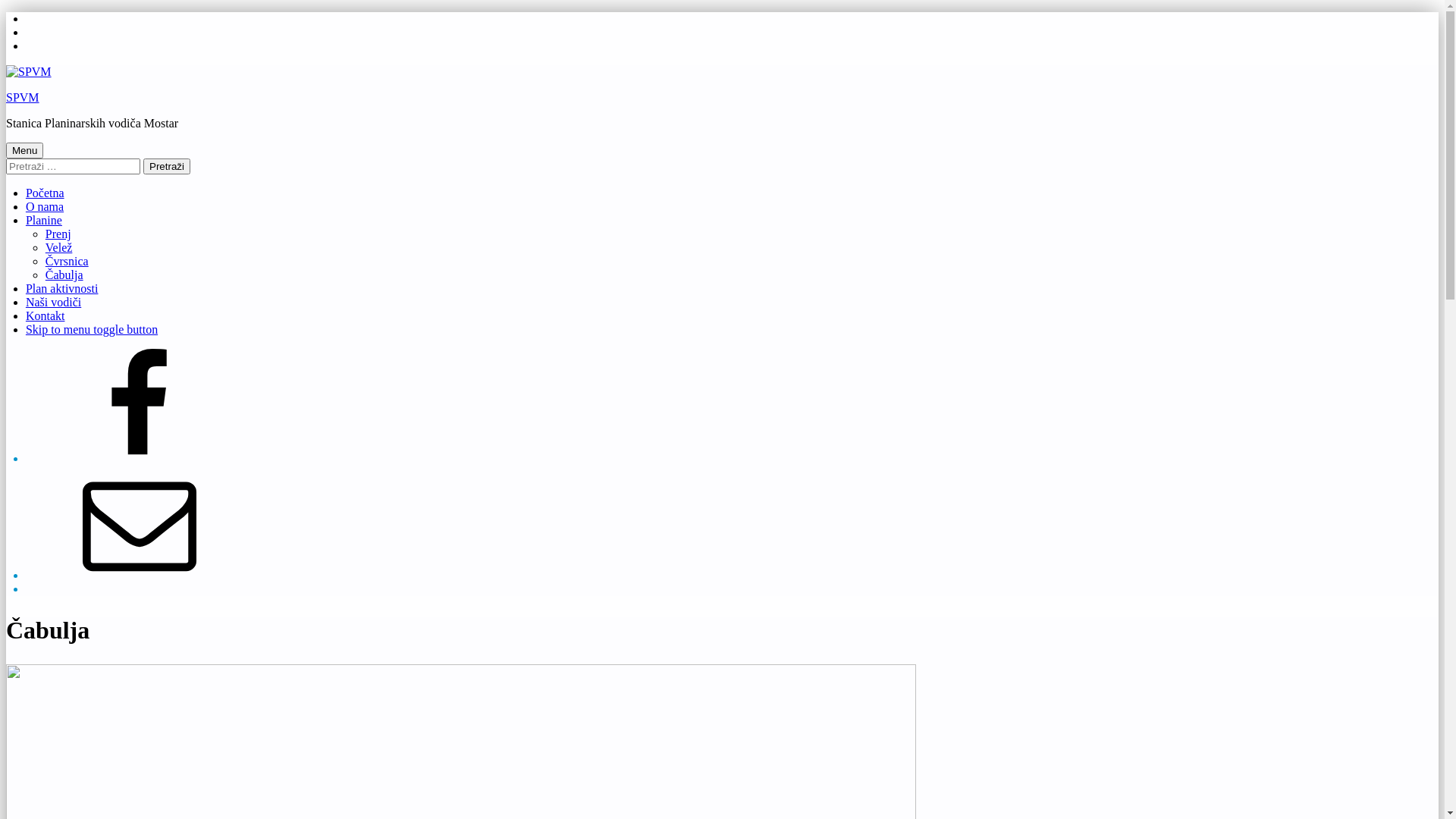  Describe the element at coordinates (22, 97) in the screenshot. I see `'SPVM'` at that location.